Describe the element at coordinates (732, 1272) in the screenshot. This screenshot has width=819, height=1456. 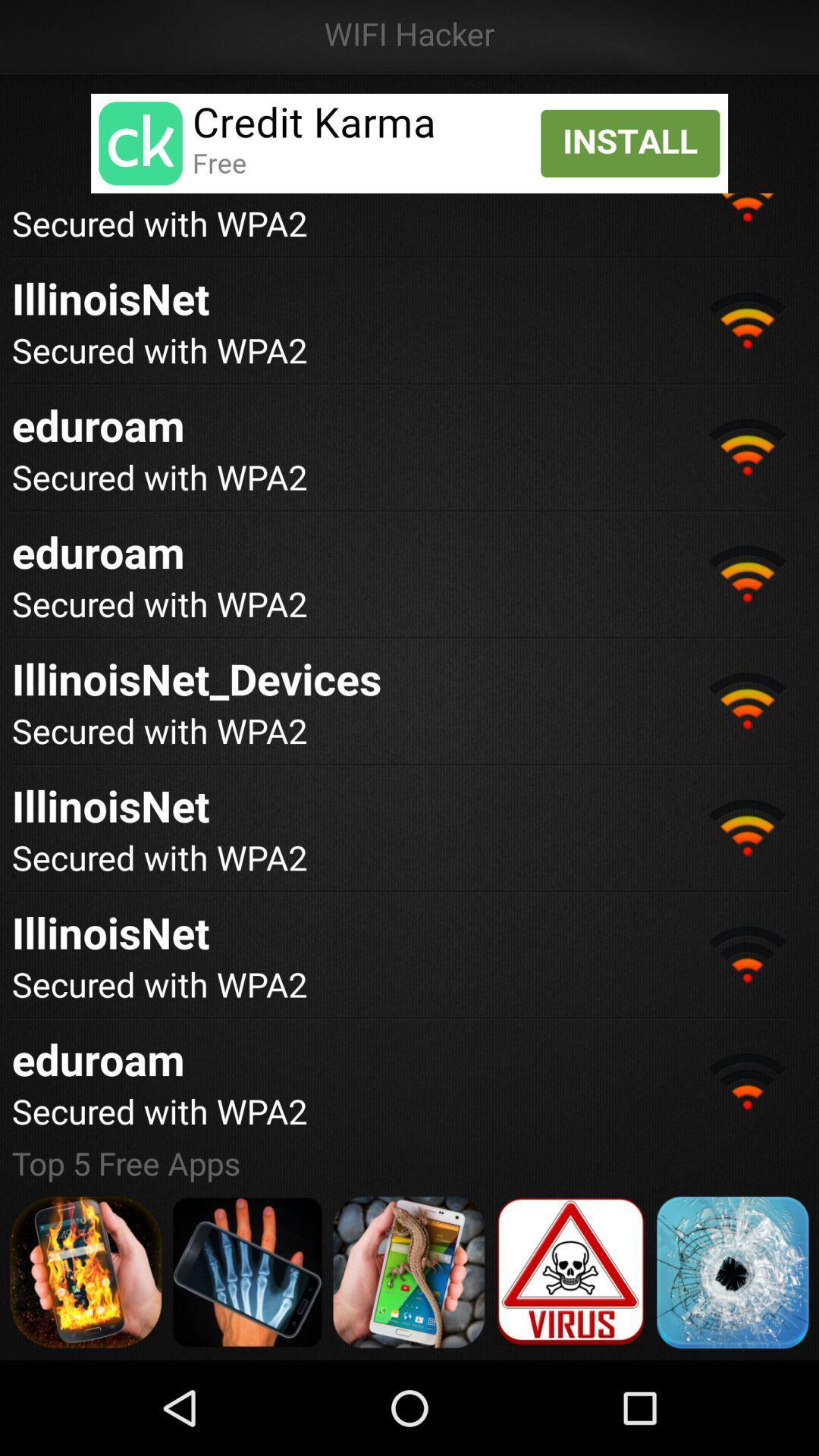
I see `advertisement` at that location.